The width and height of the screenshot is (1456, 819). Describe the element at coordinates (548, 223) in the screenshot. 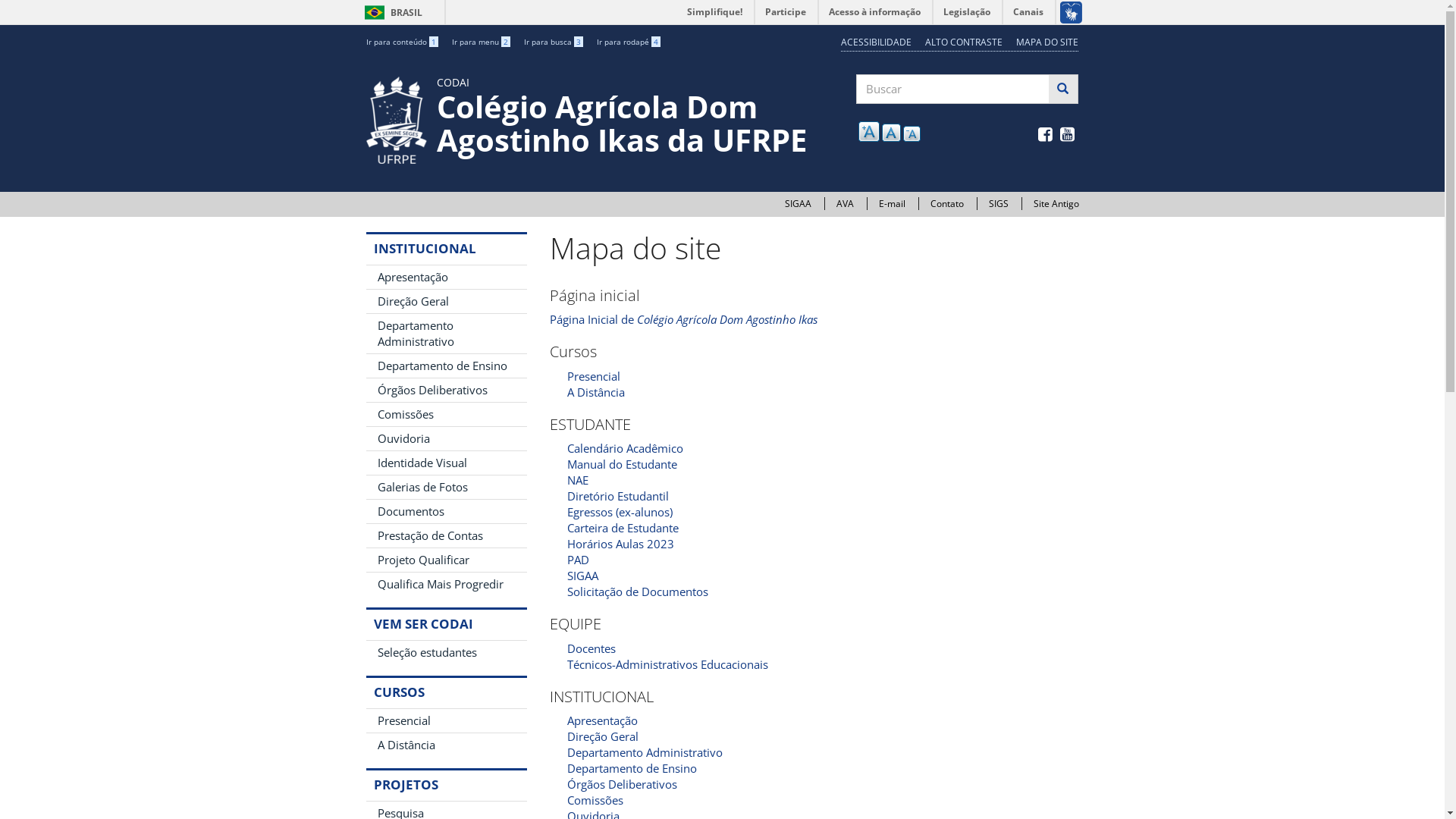

I see `' '` at that location.